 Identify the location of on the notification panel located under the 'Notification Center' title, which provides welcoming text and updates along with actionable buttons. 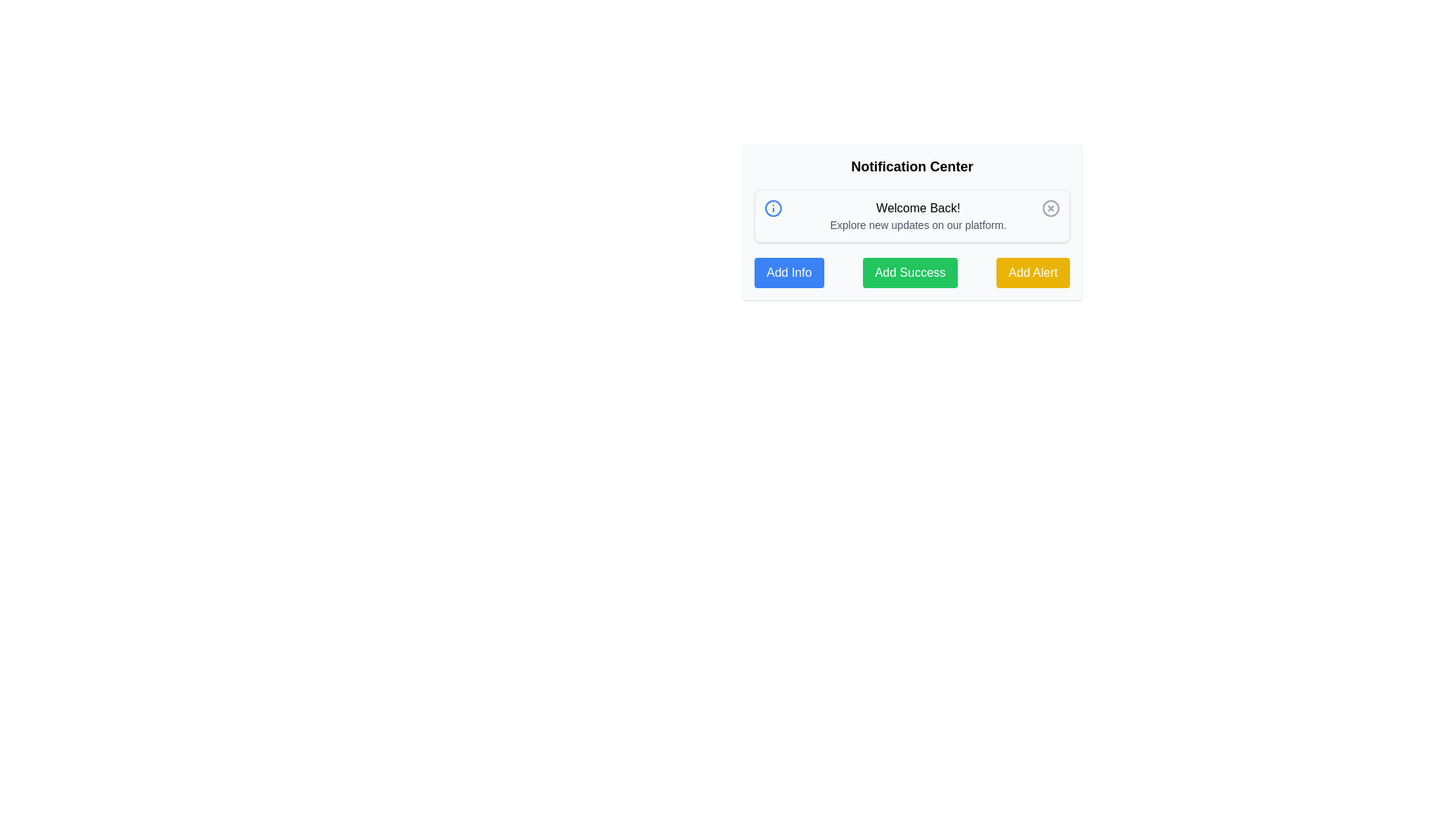
(912, 222).